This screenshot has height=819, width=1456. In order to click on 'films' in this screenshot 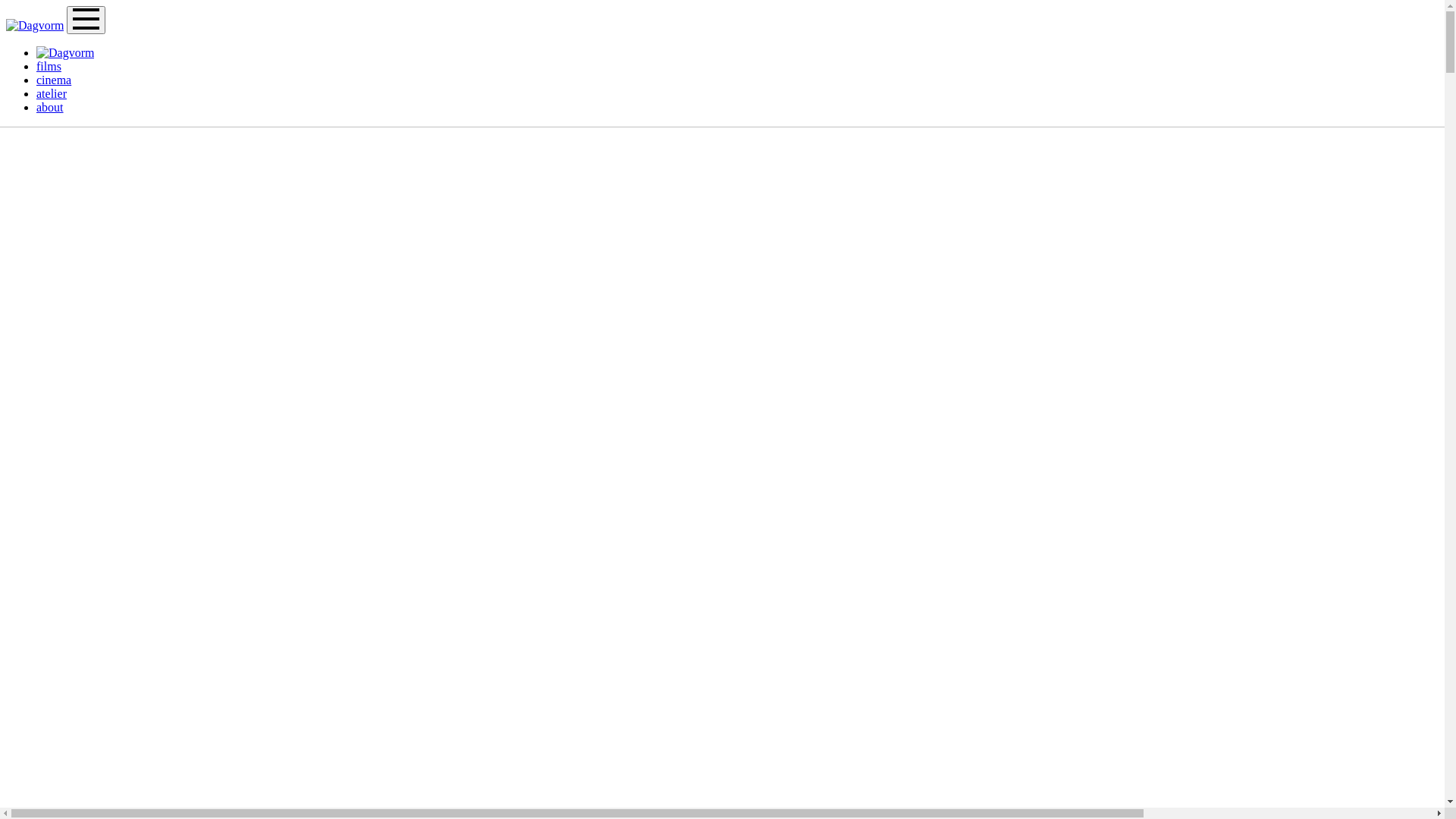, I will do `click(36, 65)`.